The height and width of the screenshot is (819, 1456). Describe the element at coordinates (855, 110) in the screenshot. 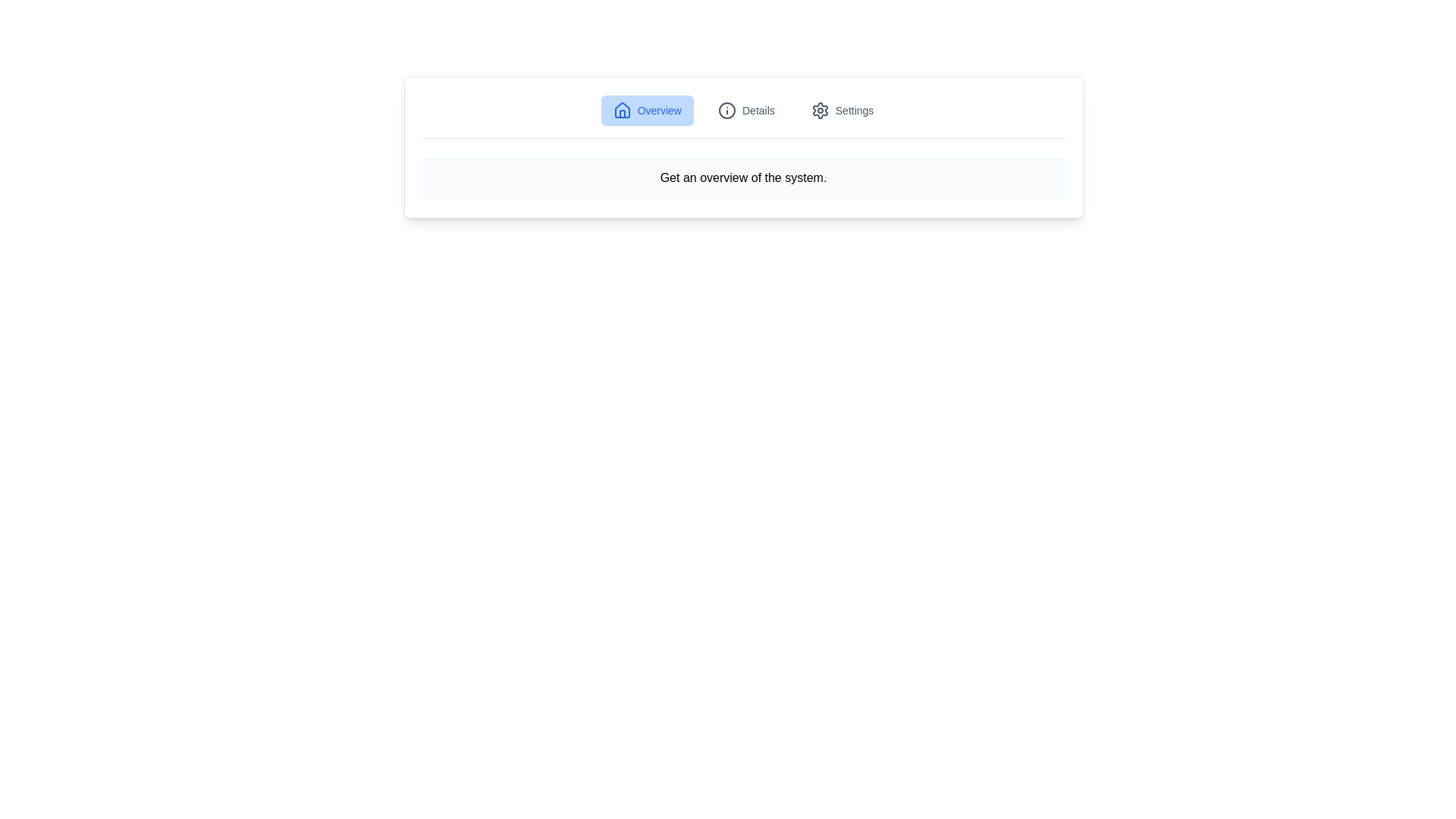

I see `the 'Settings' text label in the header area, which is part of the navigation group and is styled with a standard font in dark color` at that location.